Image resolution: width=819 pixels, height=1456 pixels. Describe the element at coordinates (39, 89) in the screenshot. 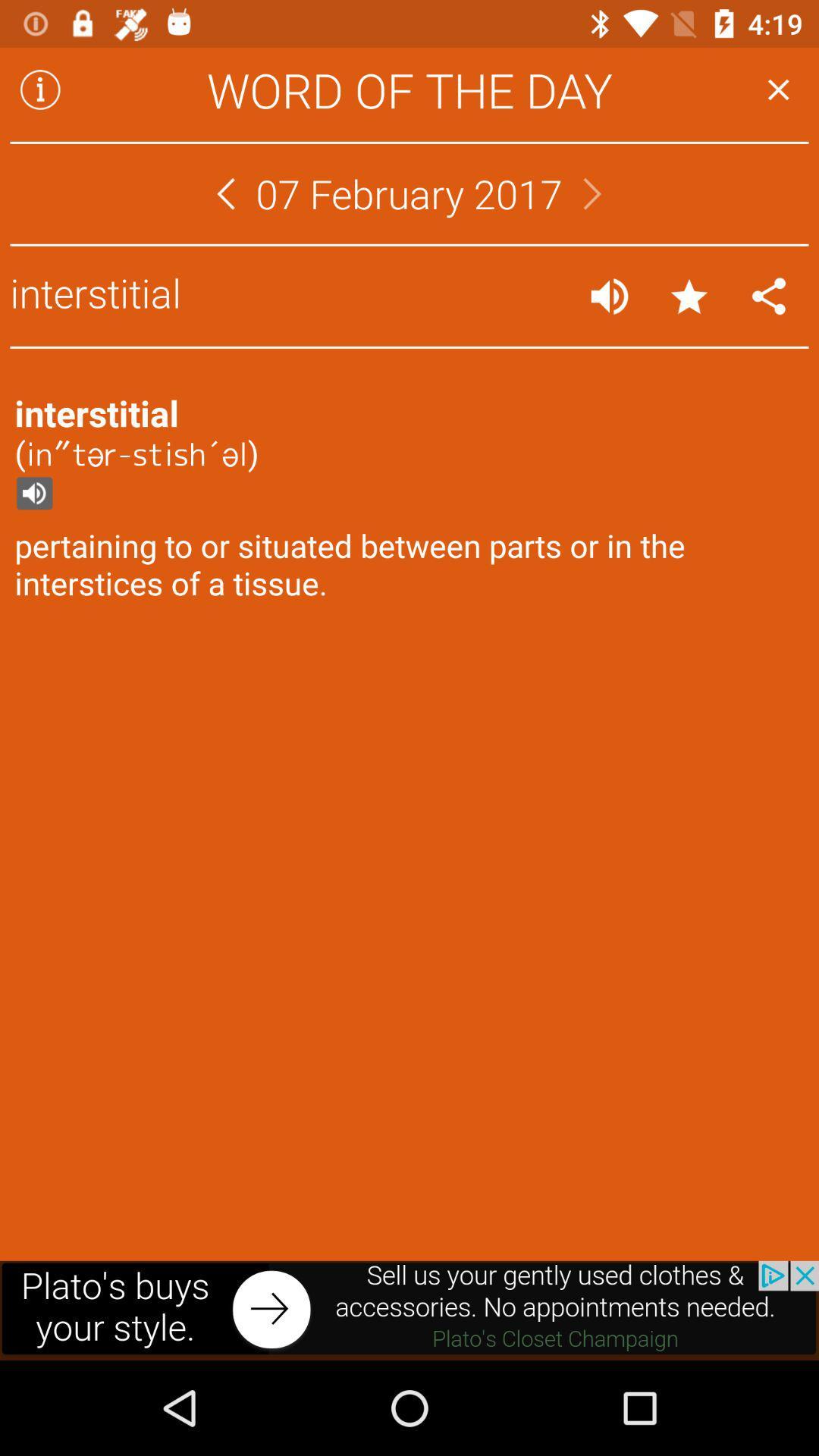

I see `details book` at that location.